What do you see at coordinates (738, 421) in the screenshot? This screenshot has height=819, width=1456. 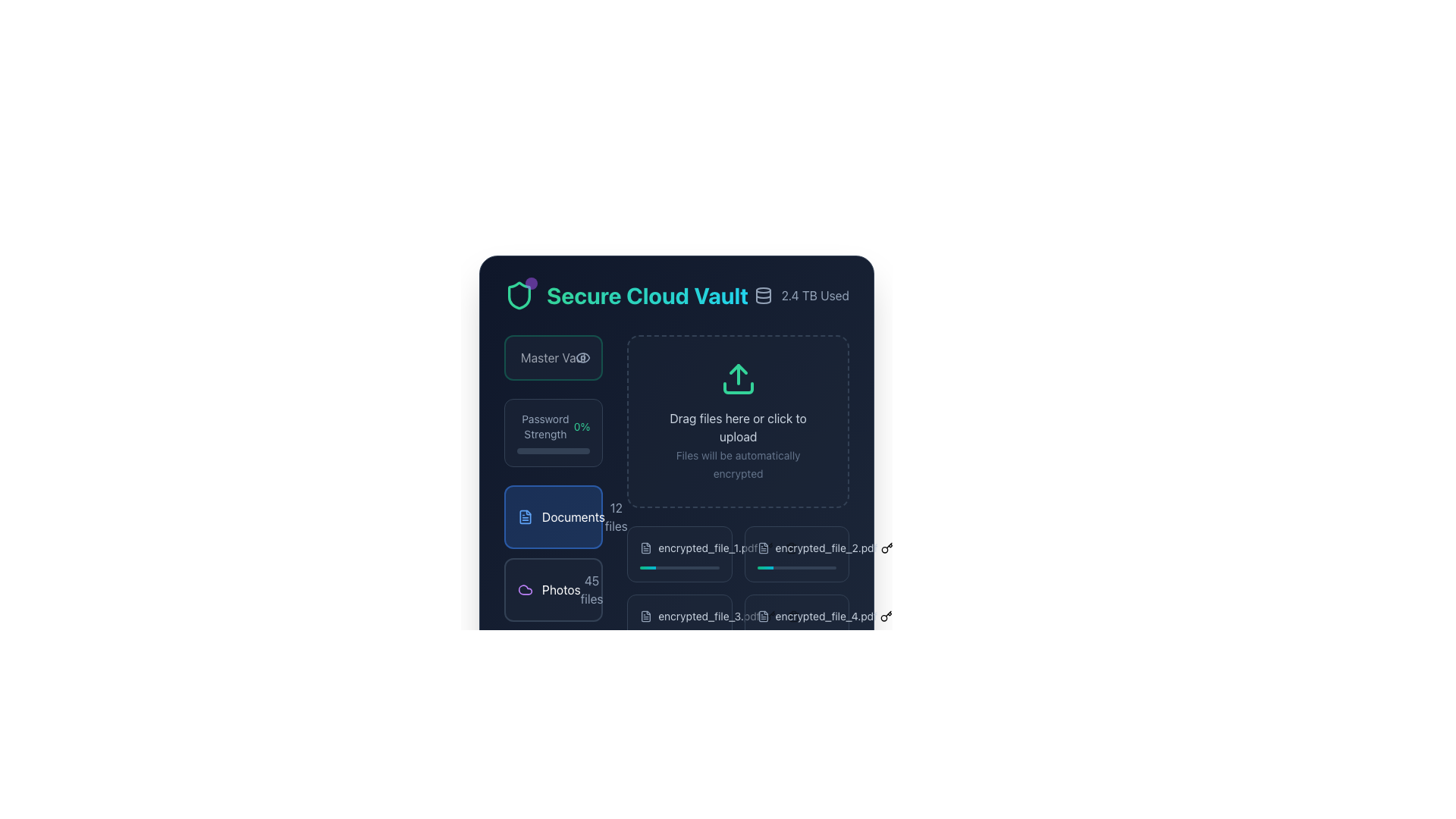 I see `the interactive area for file upload, which is a centered area with a dashed border and an upward arrow icon` at bounding box center [738, 421].